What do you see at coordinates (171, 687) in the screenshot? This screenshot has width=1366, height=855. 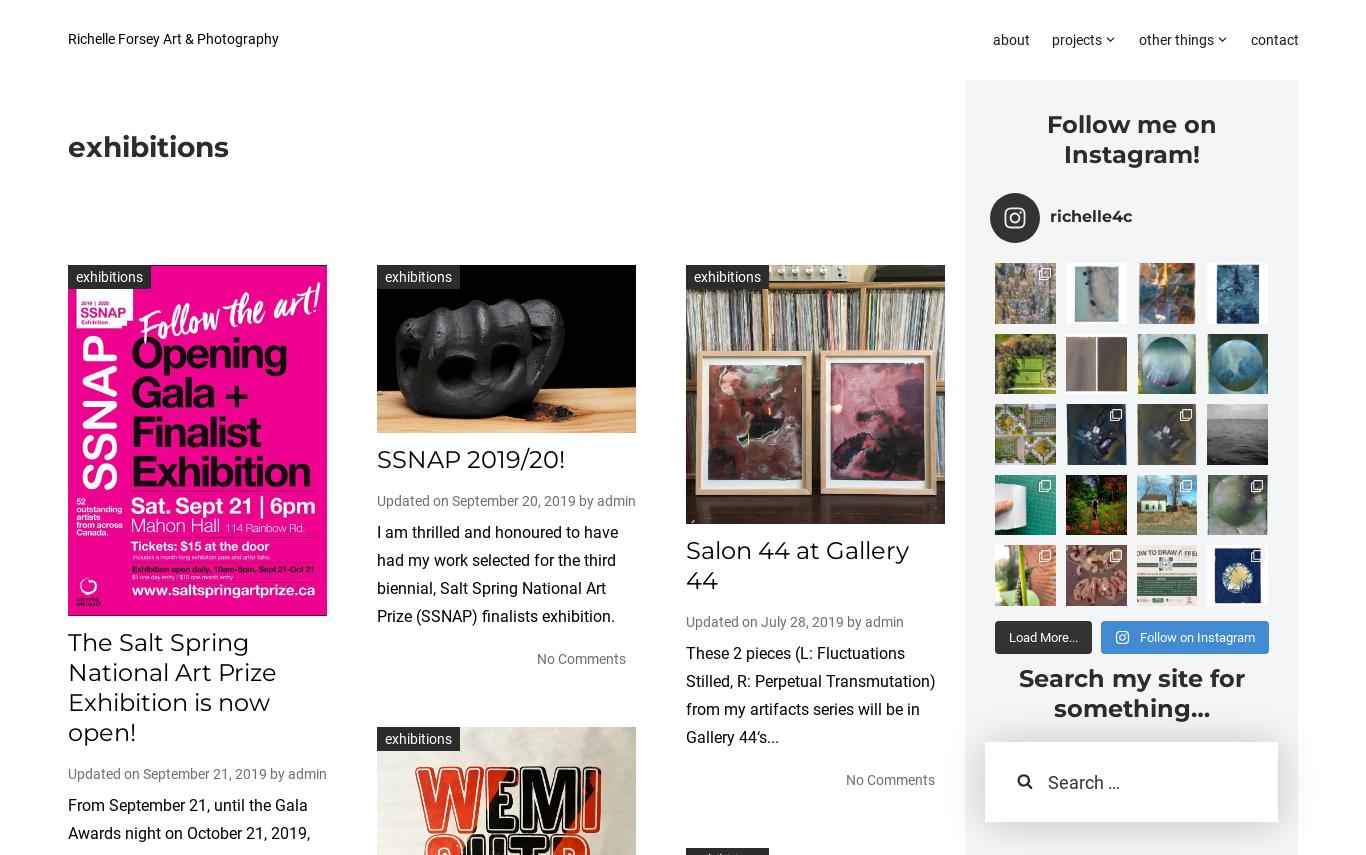 I see `'The Salt Spring National Art Prize Exhibition is now open!'` at bounding box center [171, 687].